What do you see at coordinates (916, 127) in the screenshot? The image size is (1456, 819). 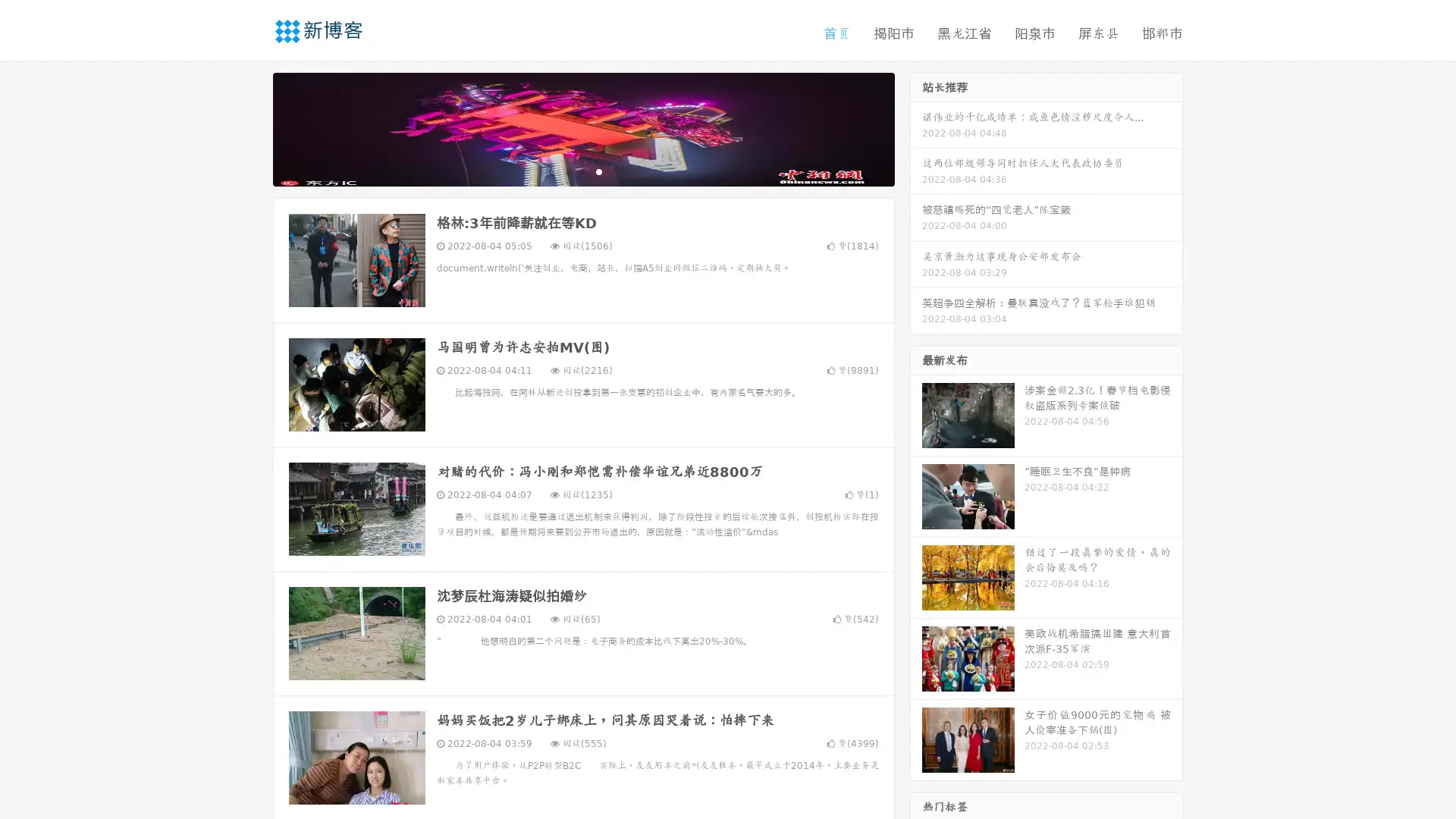 I see `Next slide` at bounding box center [916, 127].